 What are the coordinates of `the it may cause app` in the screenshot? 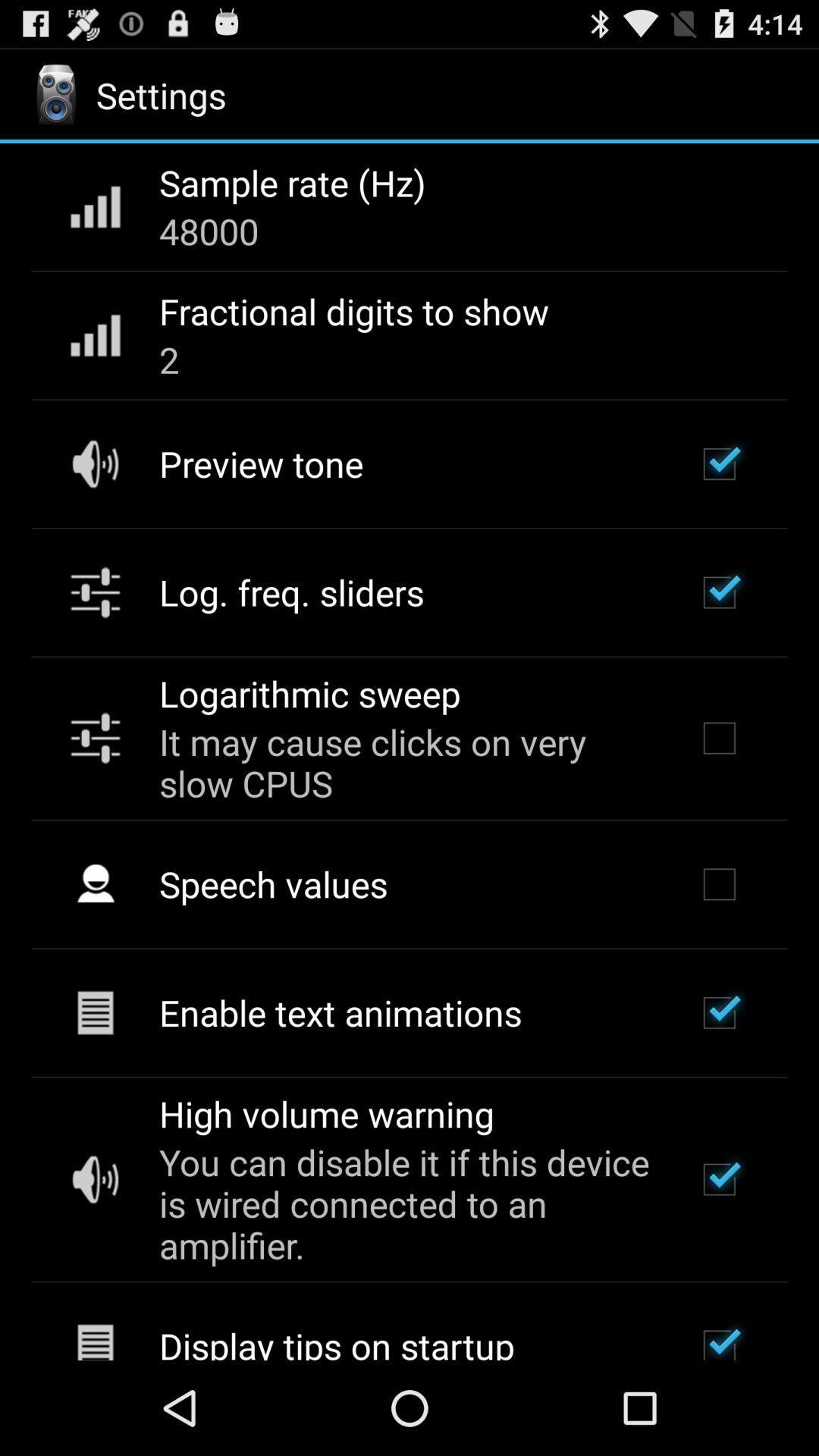 It's located at (406, 762).